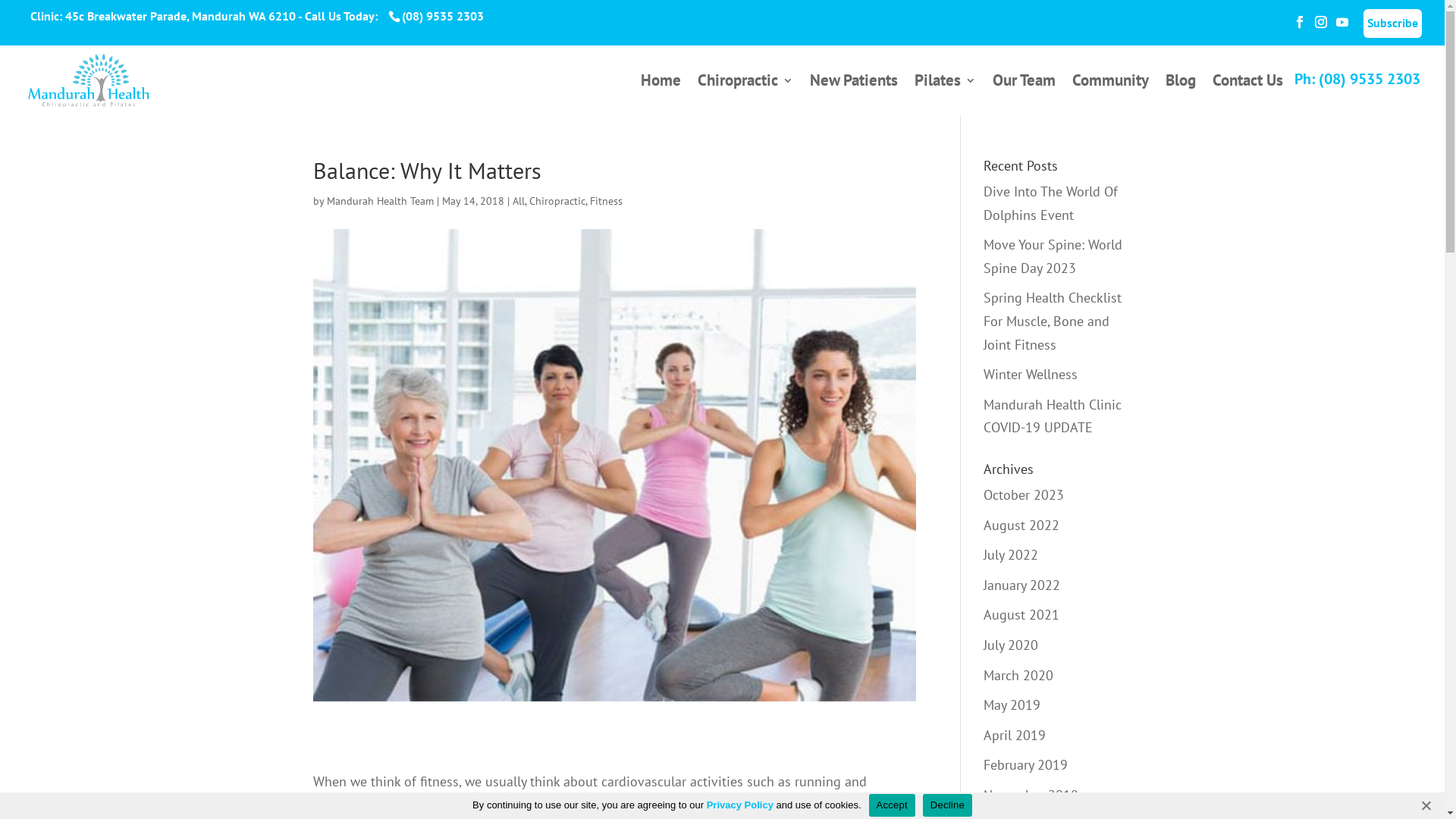 The width and height of the screenshot is (1456, 819). What do you see at coordinates (519, 200) in the screenshot?
I see `'All'` at bounding box center [519, 200].